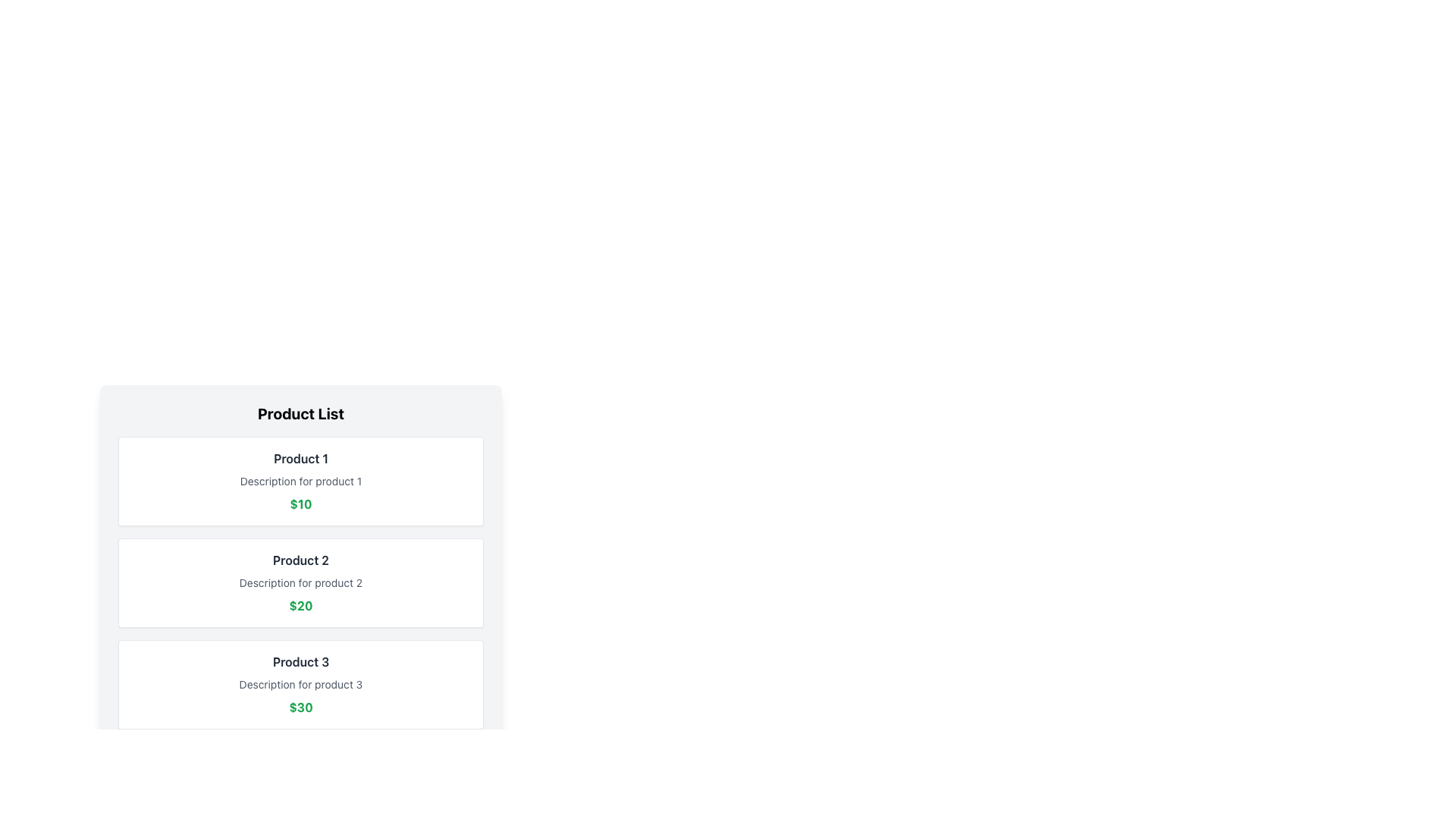  What do you see at coordinates (301, 548) in the screenshot?
I see `product details of the middle item in the 'Product List', which displays the product name, description, and price` at bounding box center [301, 548].